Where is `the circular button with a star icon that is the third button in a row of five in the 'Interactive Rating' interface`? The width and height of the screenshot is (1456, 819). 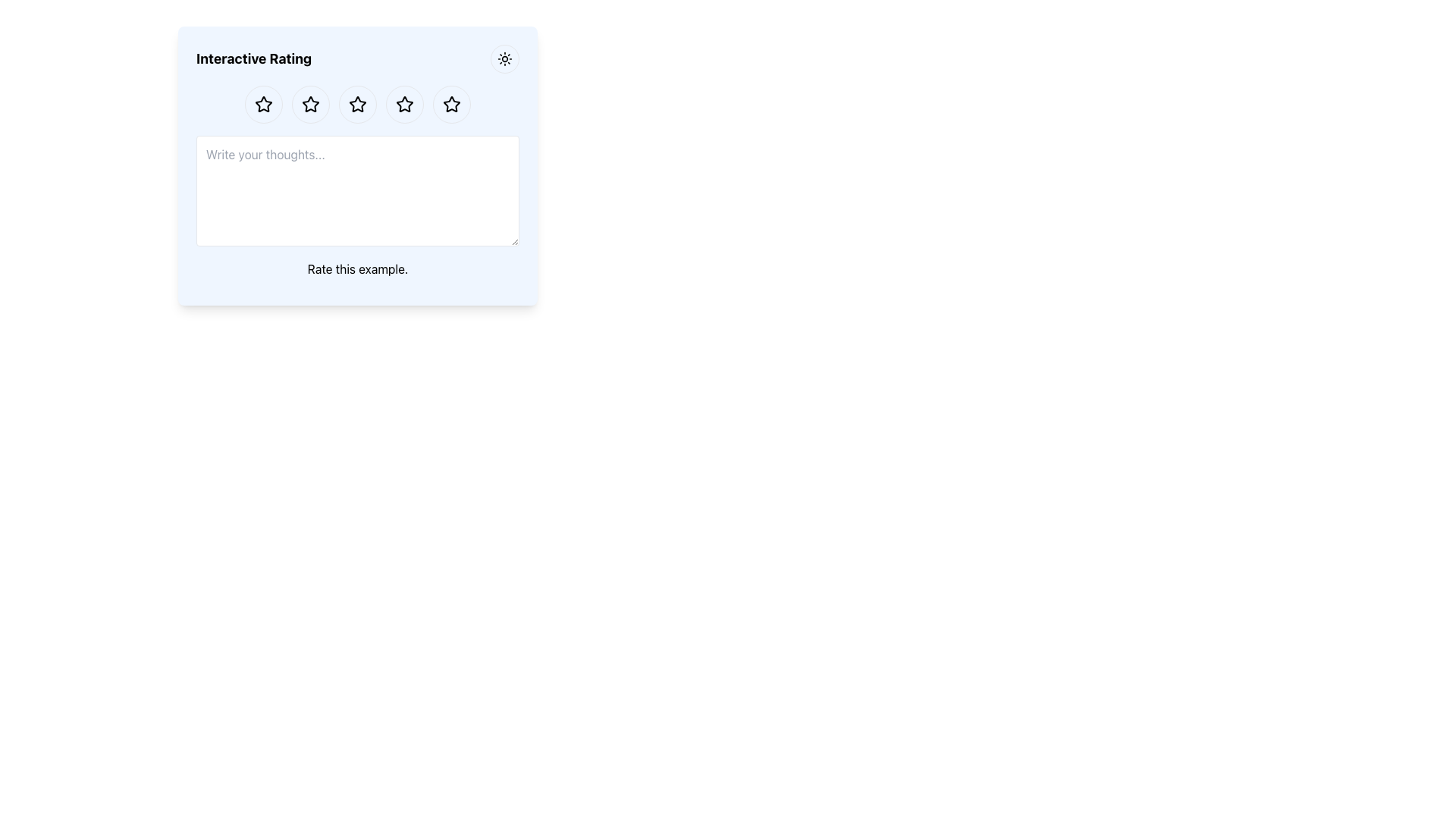
the circular button with a star icon that is the third button in a row of five in the 'Interactive Rating' interface is located at coordinates (356, 104).